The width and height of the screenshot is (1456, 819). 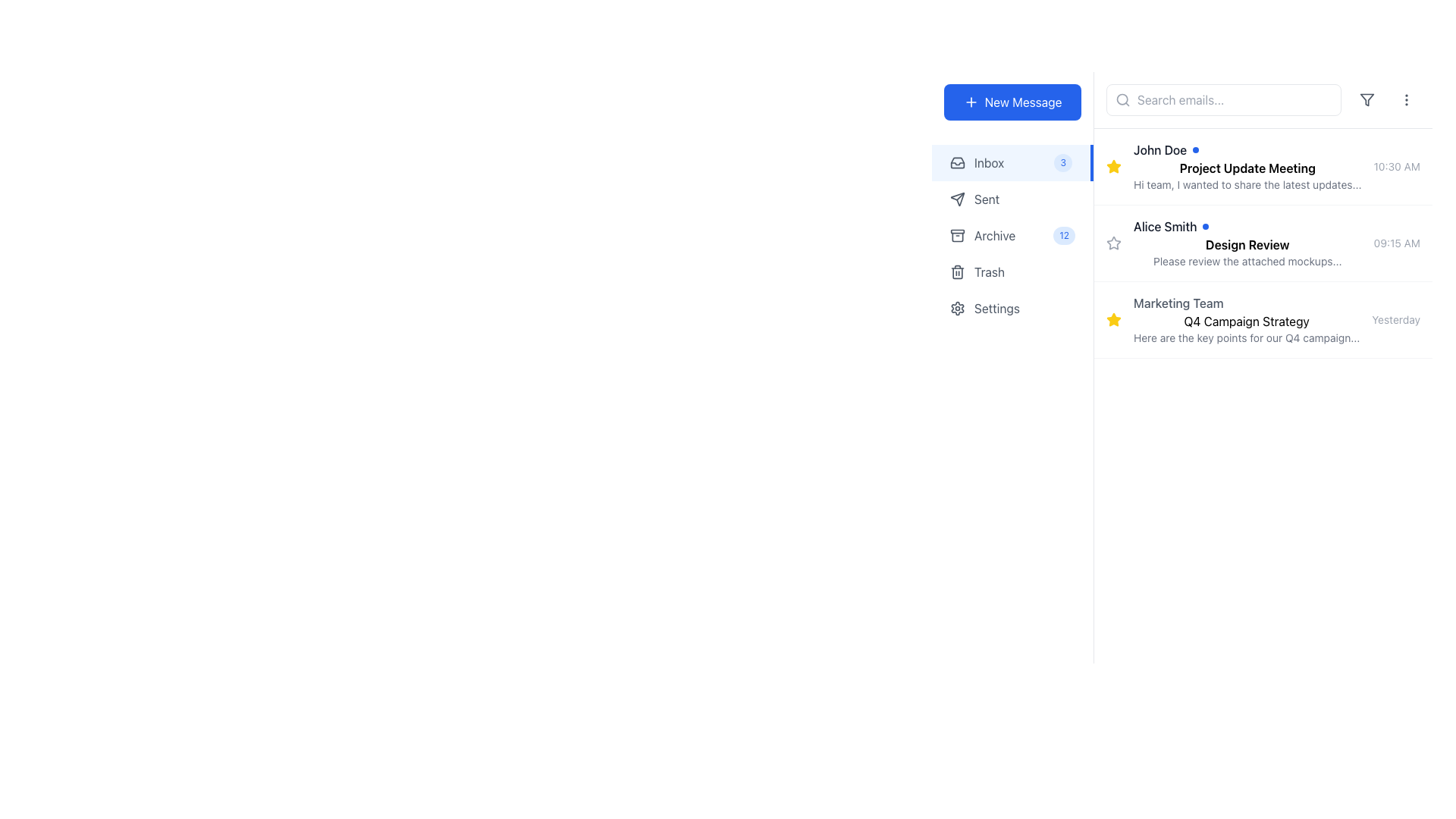 I want to click on the small pill-shaped badge with a light blue background and dark blue text reading '3', which is positioned within the notification indicator for the 'Inbox' label, so click(x=1062, y=163).